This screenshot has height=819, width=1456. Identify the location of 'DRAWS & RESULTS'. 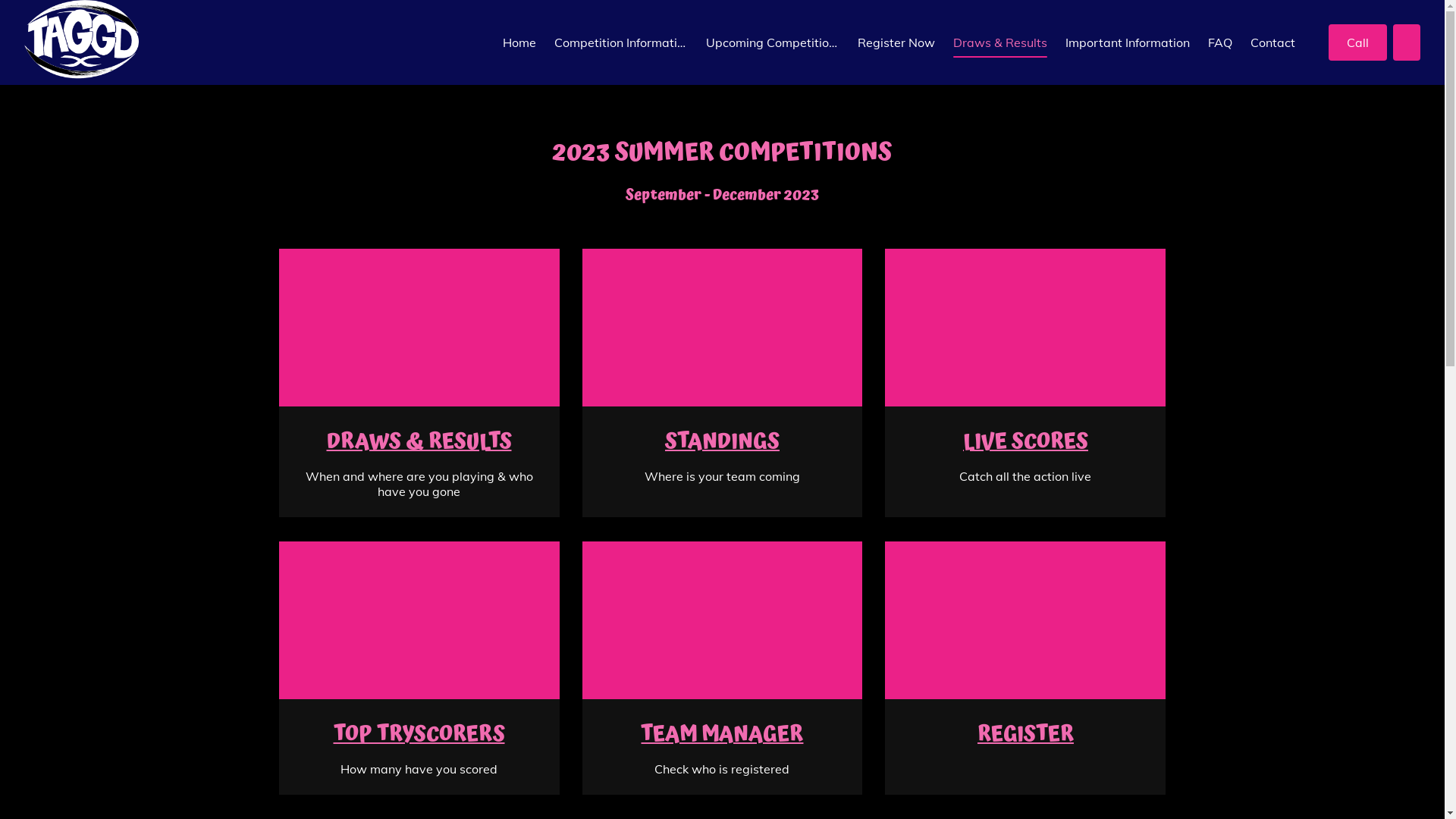
(419, 441).